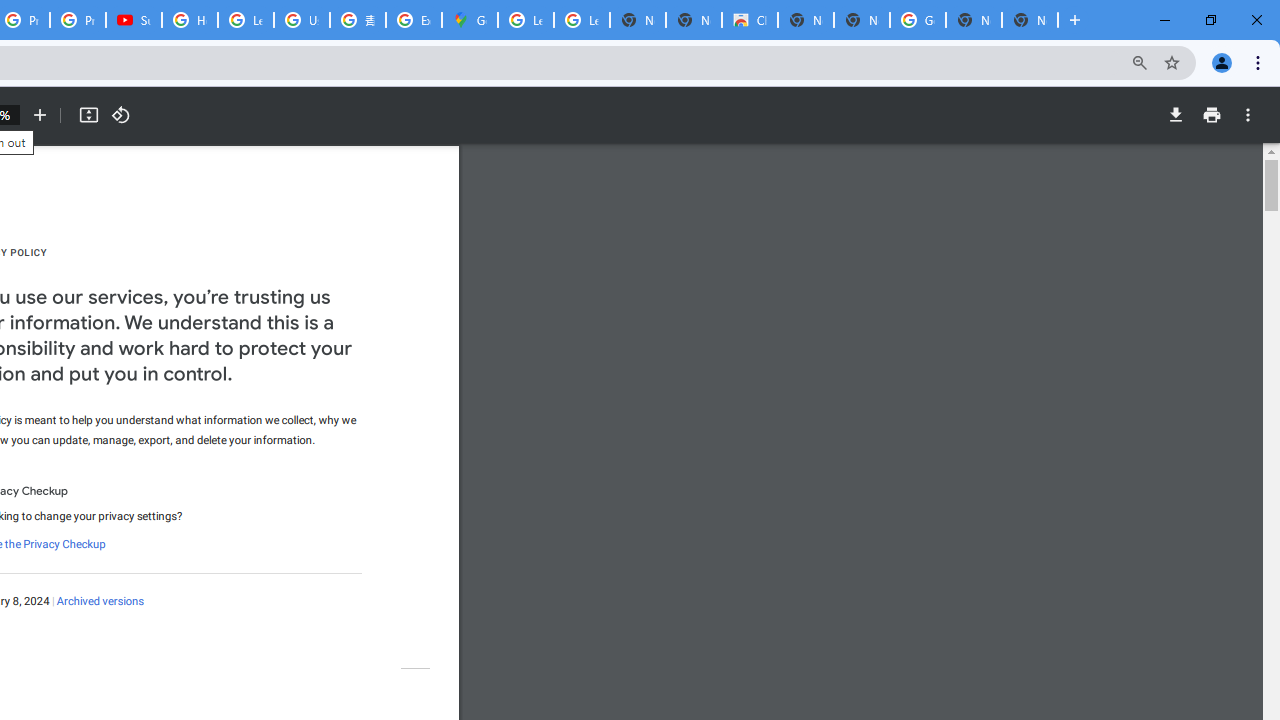  What do you see at coordinates (468, 20) in the screenshot?
I see `'Google Maps'` at bounding box center [468, 20].